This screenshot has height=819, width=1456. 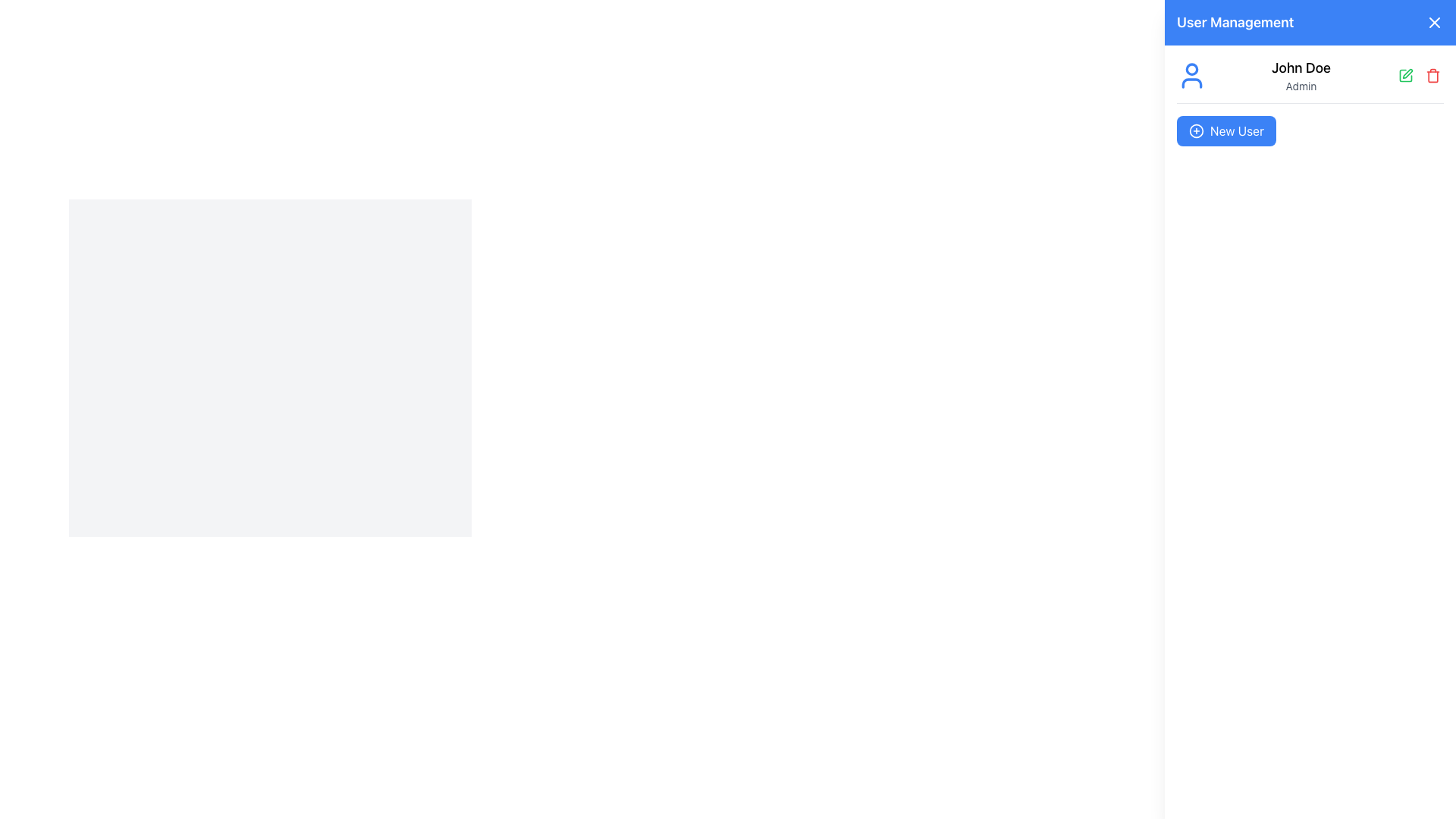 What do you see at coordinates (1301, 86) in the screenshot?
I see `the text label indicating the role 'Admin' associated with the user 'John Doe' in the 'User Management' section` at bounding box center [1301, 86].